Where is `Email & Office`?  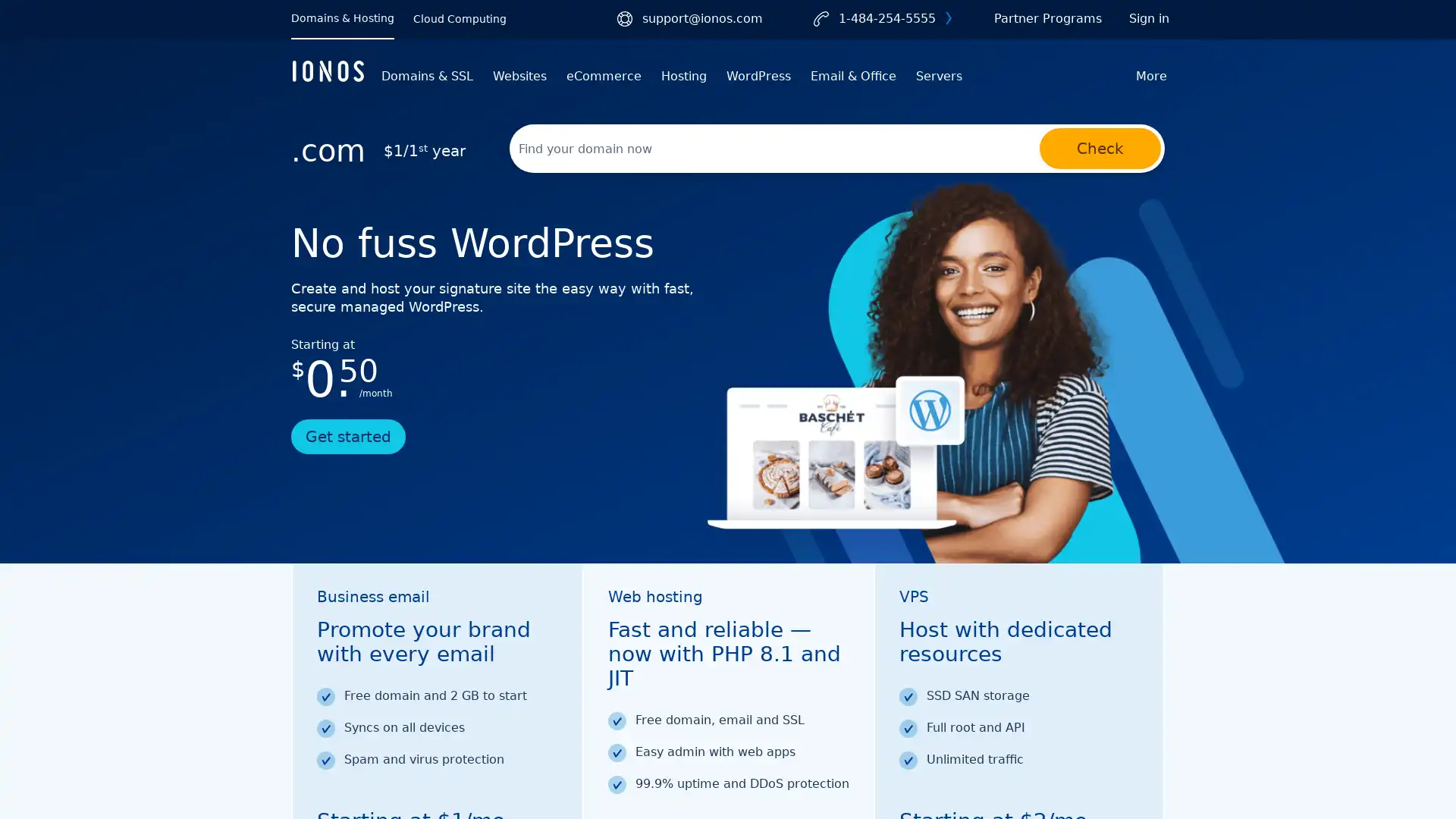
Email & Office is located at coordinates (836, 76).